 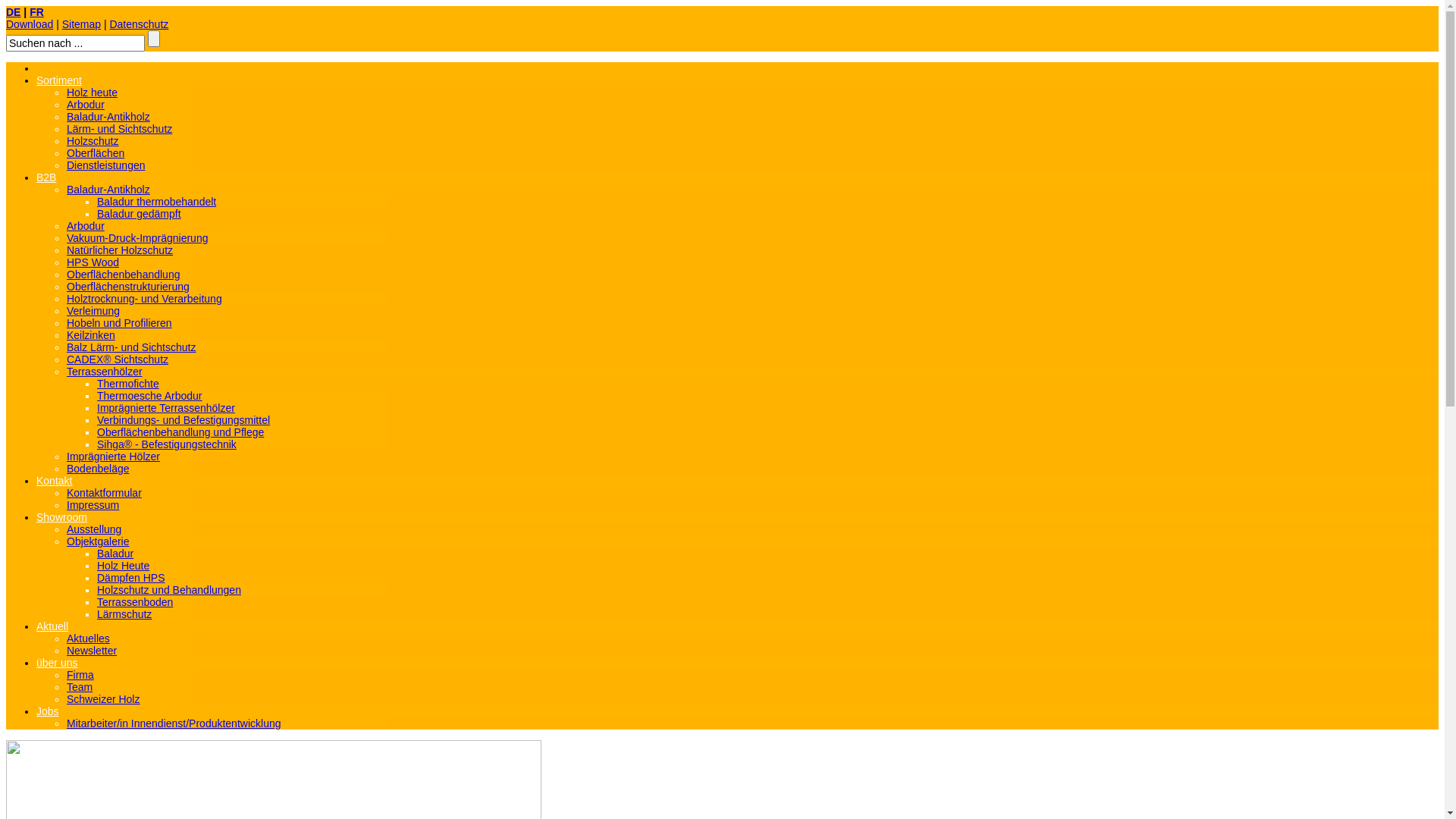 I want to click on 'DE', so click(x=13, y=11).